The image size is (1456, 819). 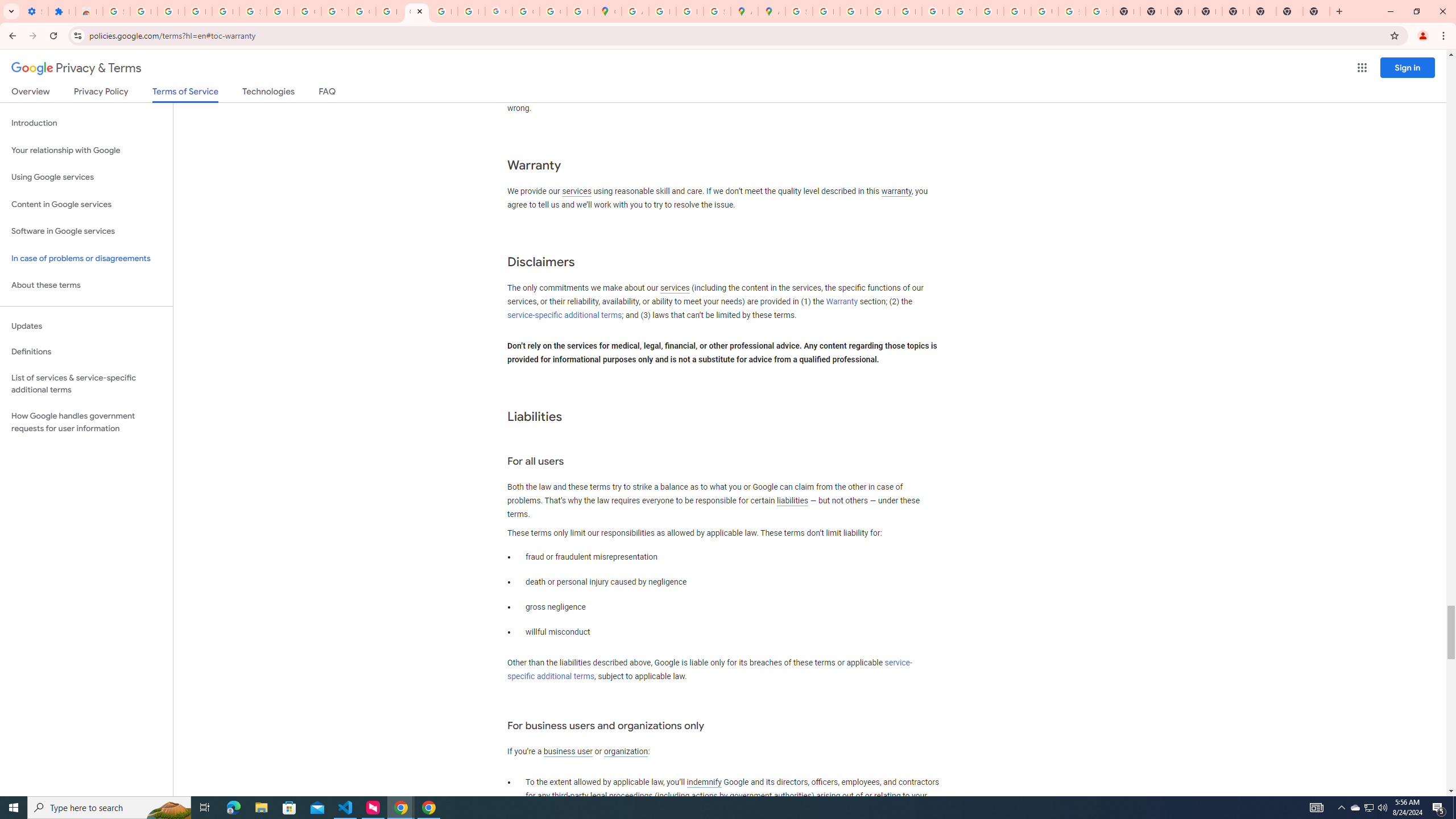 I want to click on 'Technologies', so click(x=268, y=93).